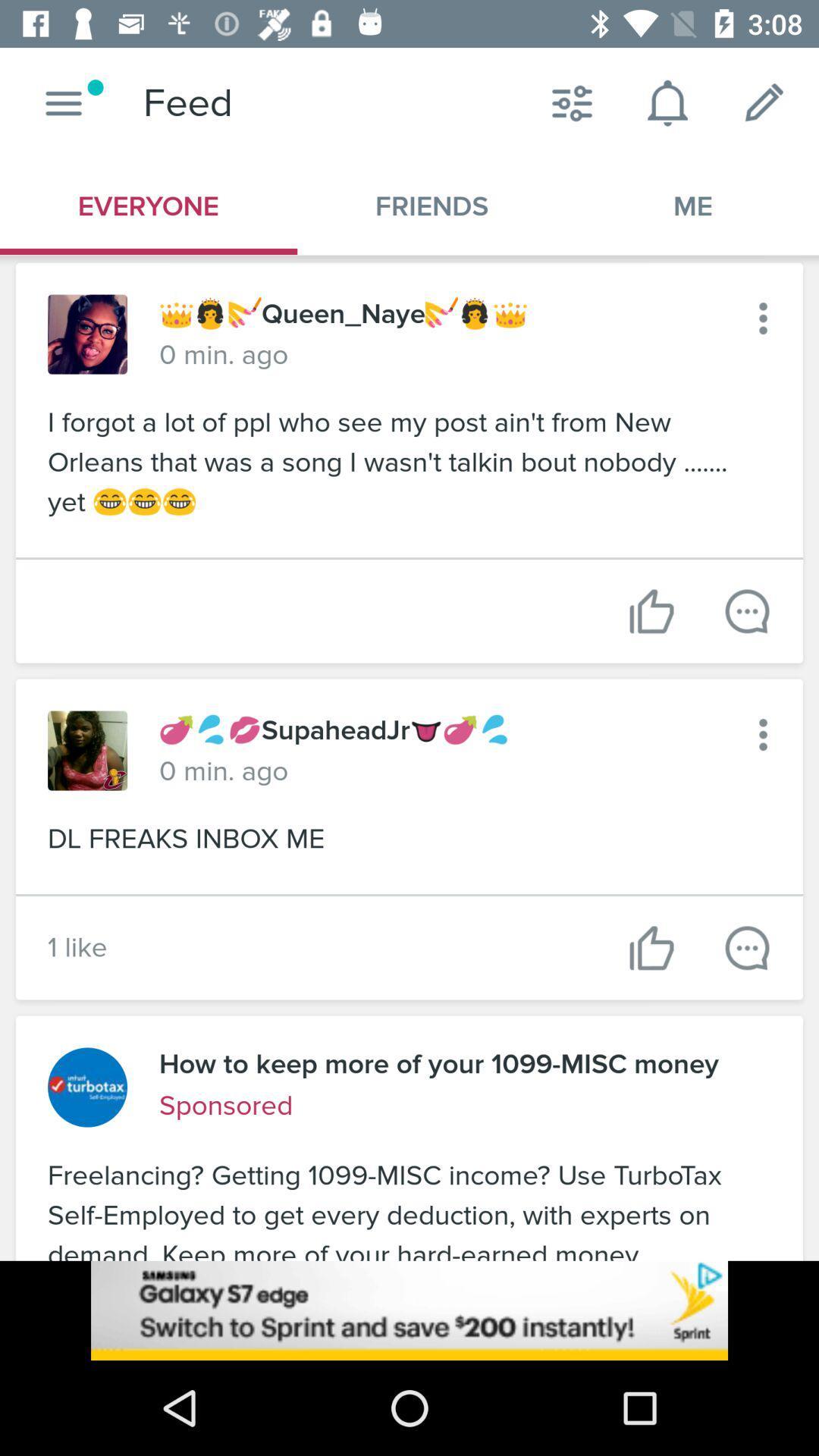 The width and height of the screenshot is (819, 1456). Describe the element at coordinates (763, 318) in the screenshot. I see `icon` at that location.